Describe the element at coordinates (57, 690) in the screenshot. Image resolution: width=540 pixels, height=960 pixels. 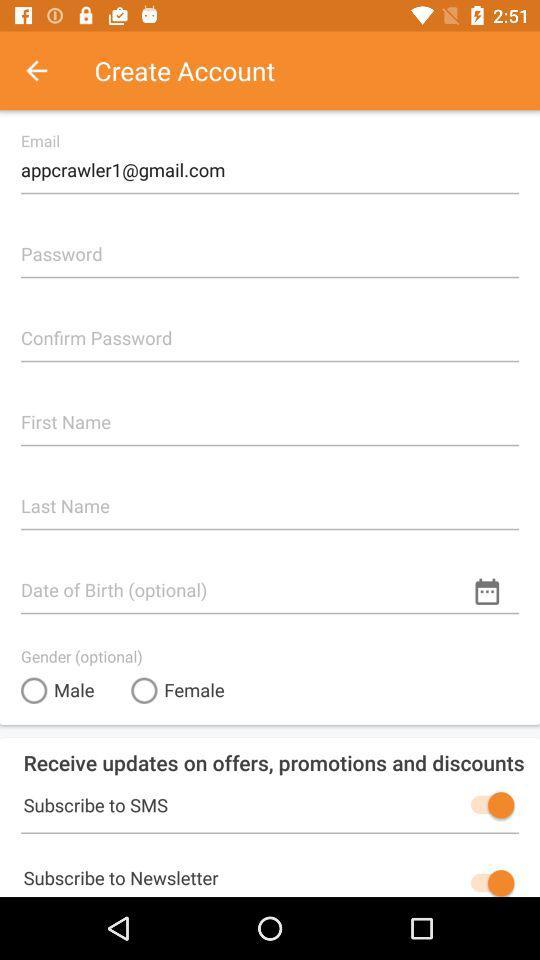
I see `the item next to female` at that location.